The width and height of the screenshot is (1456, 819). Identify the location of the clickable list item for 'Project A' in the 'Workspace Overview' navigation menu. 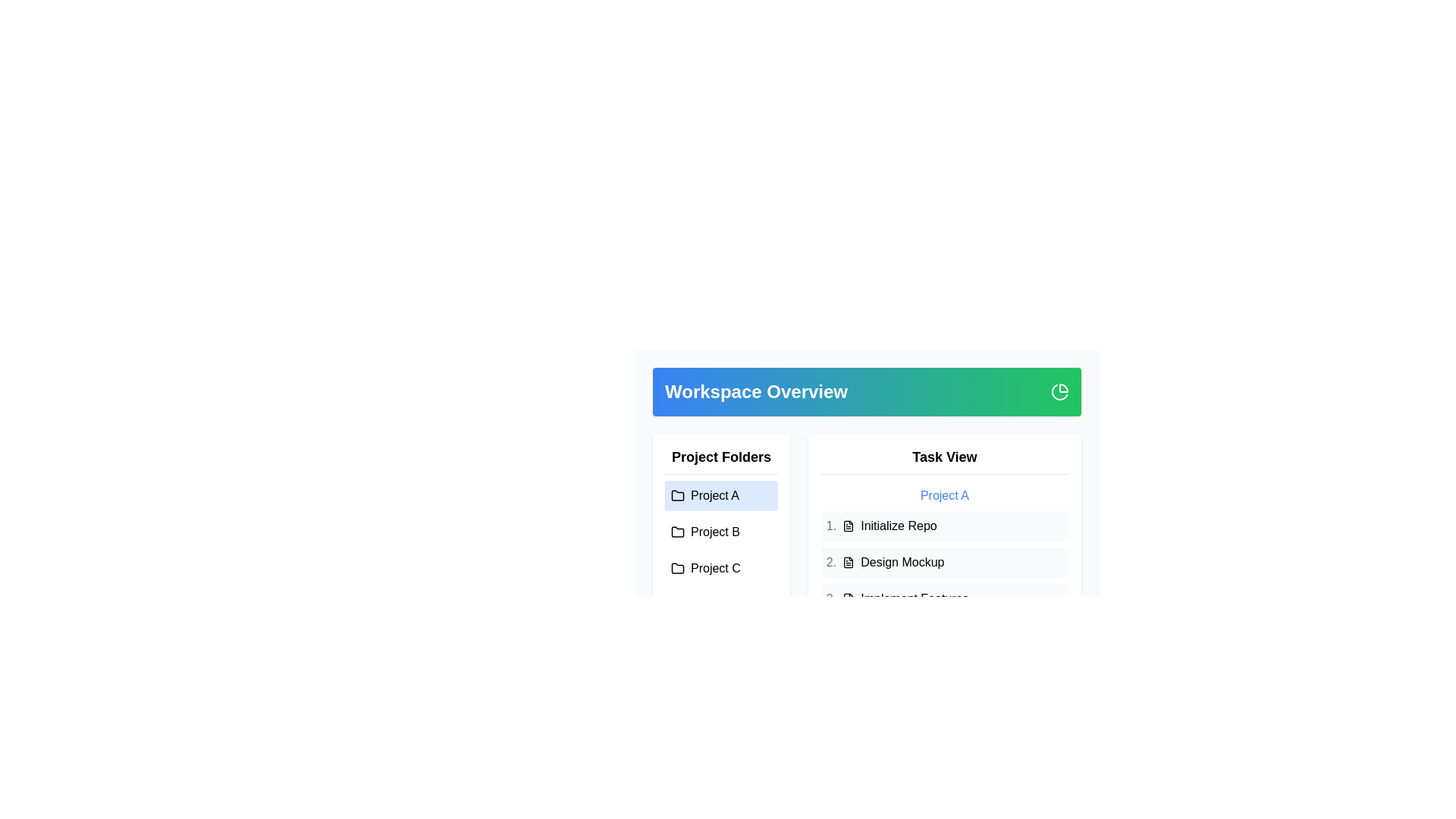
(720, 496).